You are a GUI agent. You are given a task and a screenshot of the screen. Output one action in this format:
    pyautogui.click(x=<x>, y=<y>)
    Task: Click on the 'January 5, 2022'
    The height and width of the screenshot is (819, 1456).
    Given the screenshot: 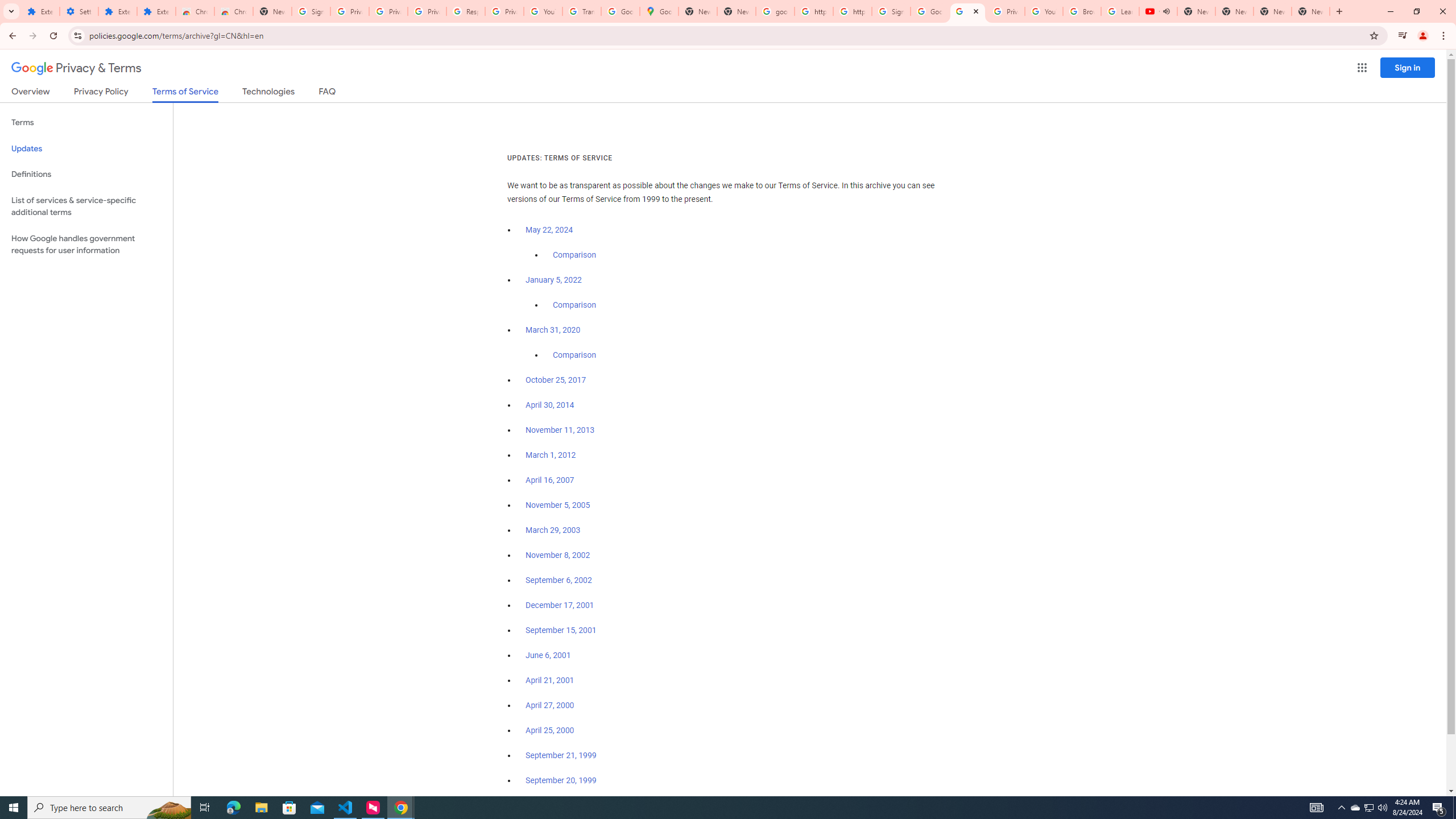 What is the action you would take?
    pyautogui.click(x=554, y=280)
    